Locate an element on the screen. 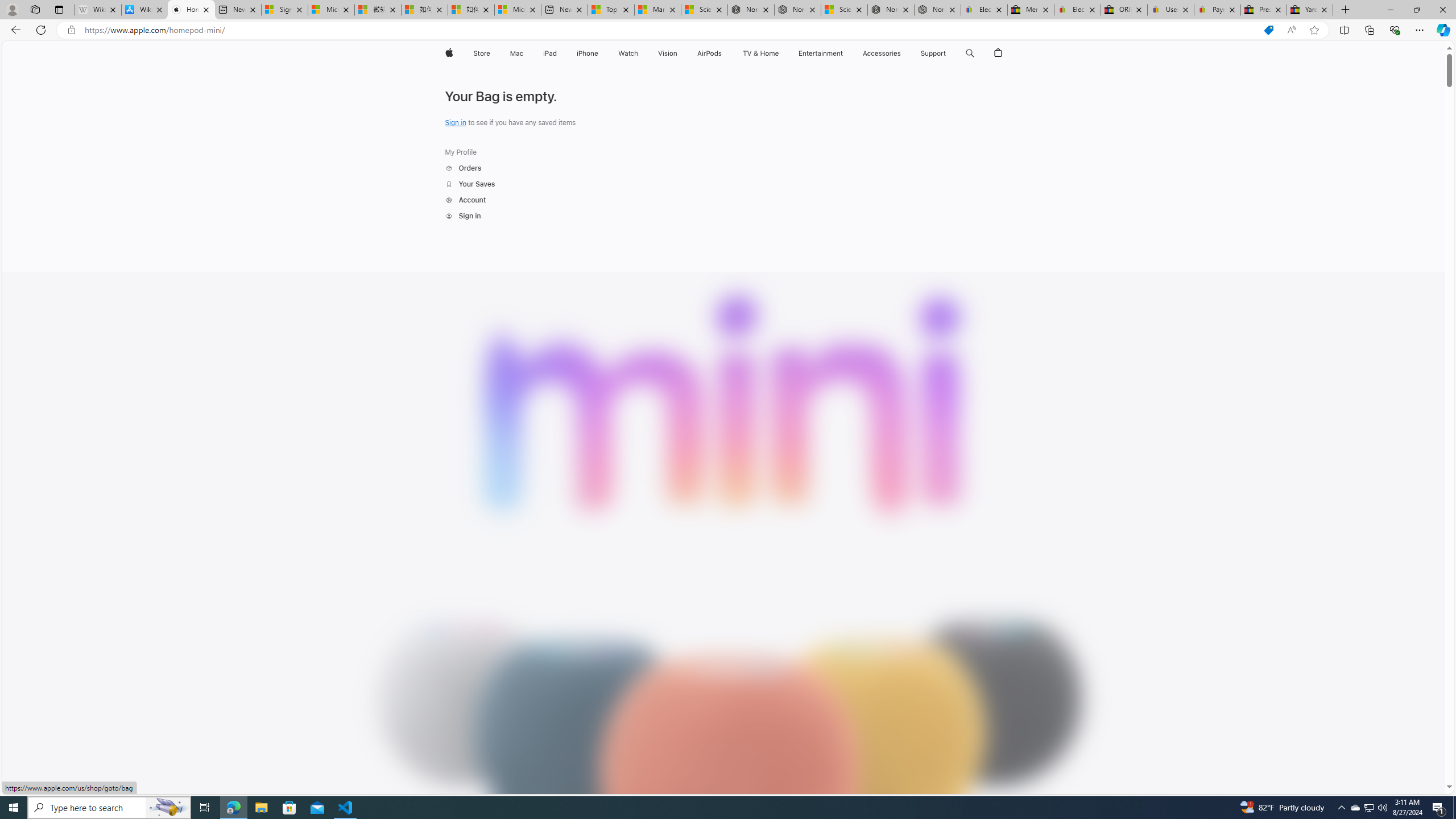  'Watch menu' is located at coordinates (640, 53).